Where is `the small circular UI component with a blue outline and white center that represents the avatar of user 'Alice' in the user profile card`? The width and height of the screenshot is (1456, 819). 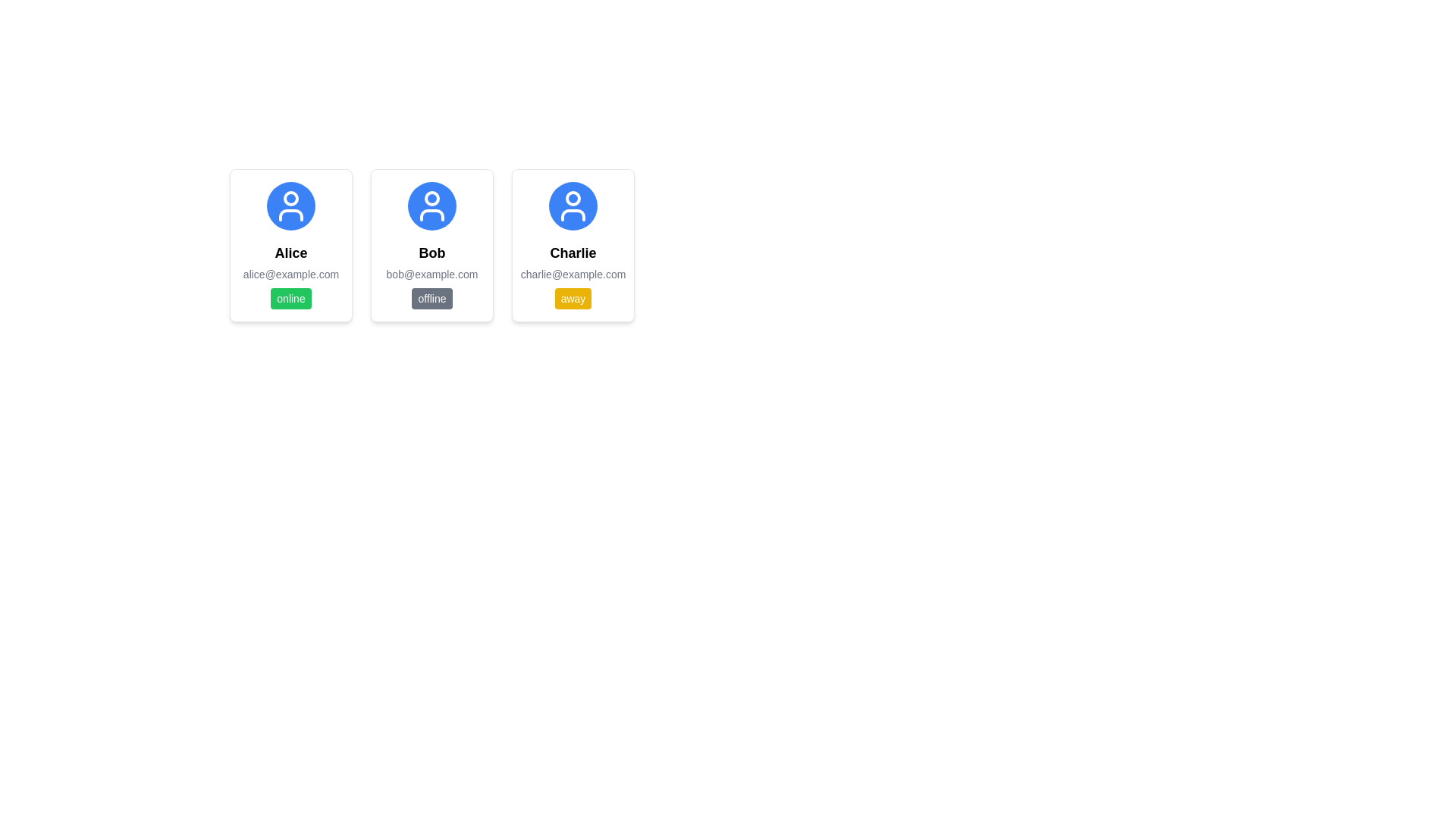 the small circular UI component with a blue outline and white center that represents the avatar of user 'Alice' in the user profile card is located at coordinates (291, 198).